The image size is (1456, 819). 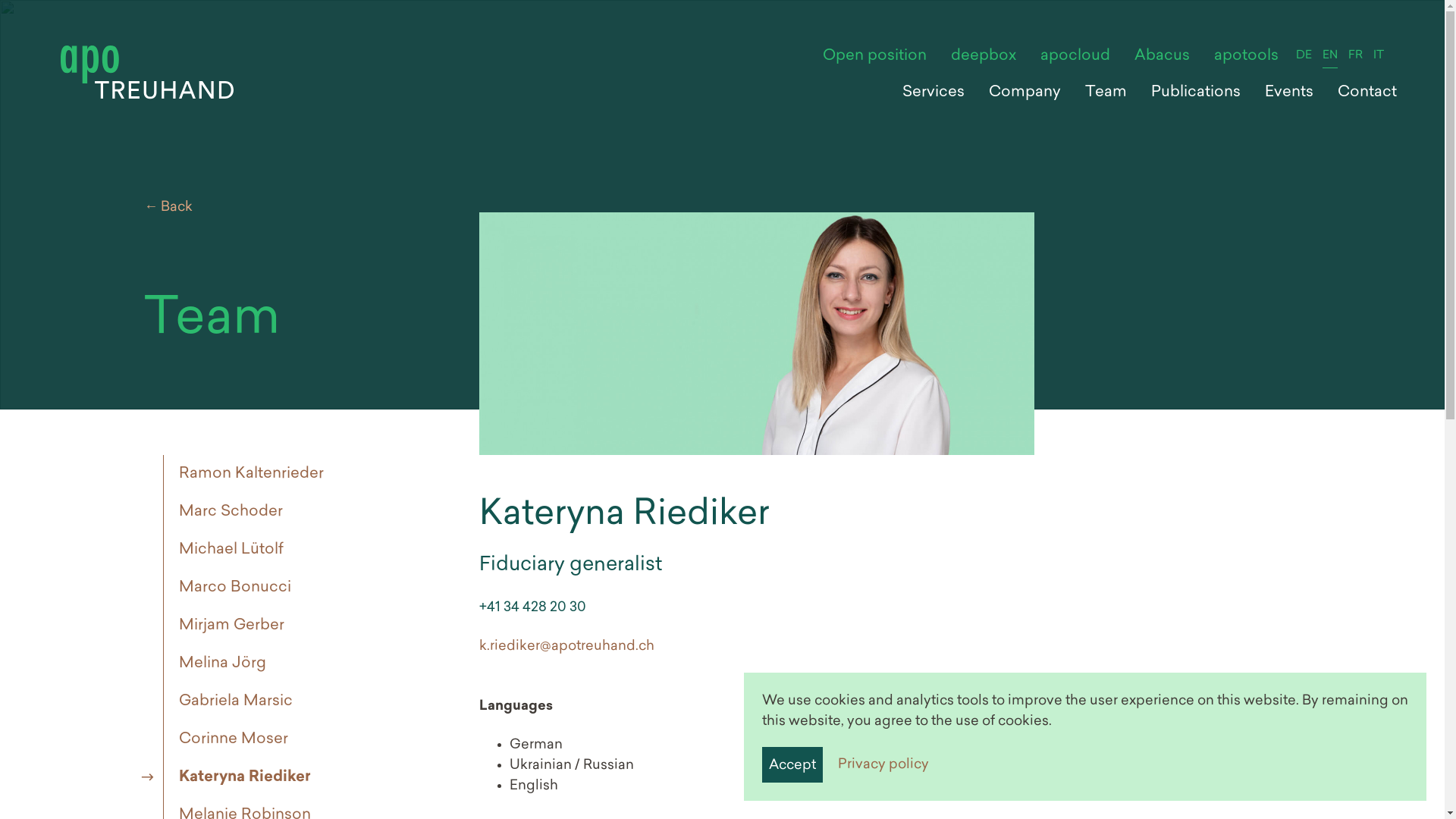 What do you see at coordinates (566, 646) in the screenshot?
I see `'k.riediker@apotreuhand.ch'` at bounding box center [566, 646].